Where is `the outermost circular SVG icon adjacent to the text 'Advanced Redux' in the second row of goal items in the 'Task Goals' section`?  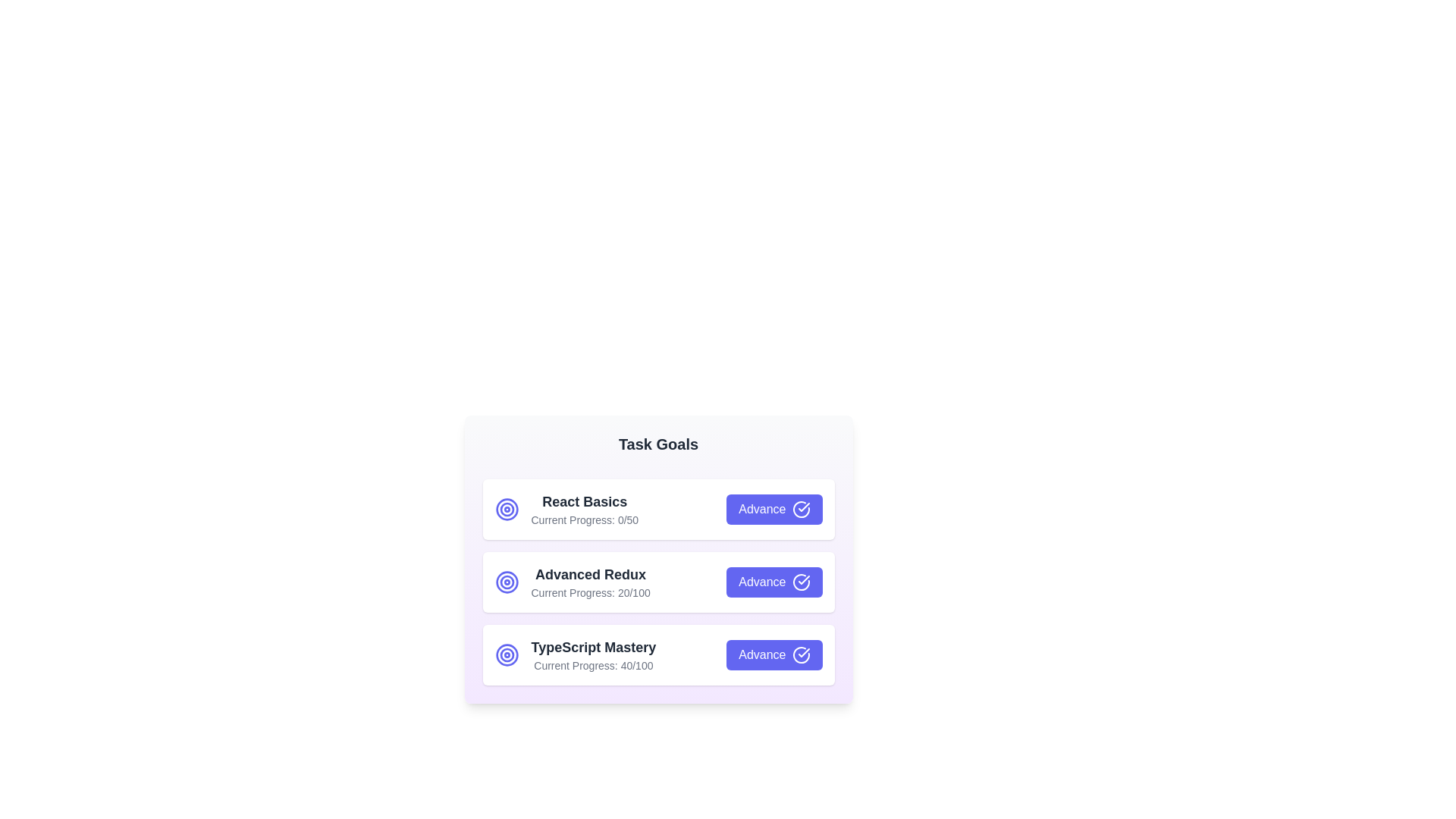
the outermost circular SVG icon adjacent to the text 'Advanced Redux' in the second row of goal items in the 'Task Goals' section is located at coordinates (507, 581).